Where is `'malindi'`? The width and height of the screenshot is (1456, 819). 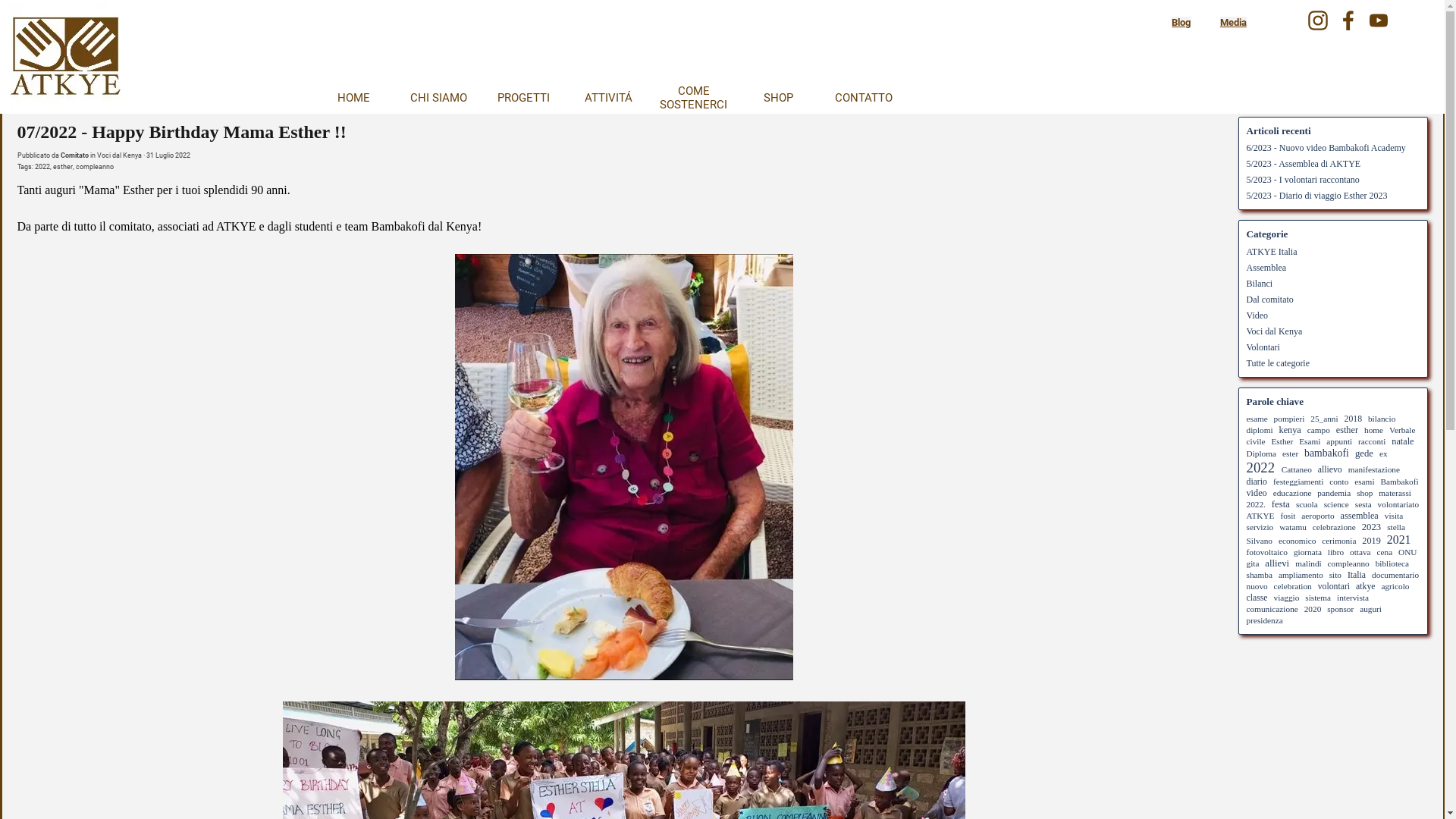 'malindi' is located at coordinates (1307, 563).